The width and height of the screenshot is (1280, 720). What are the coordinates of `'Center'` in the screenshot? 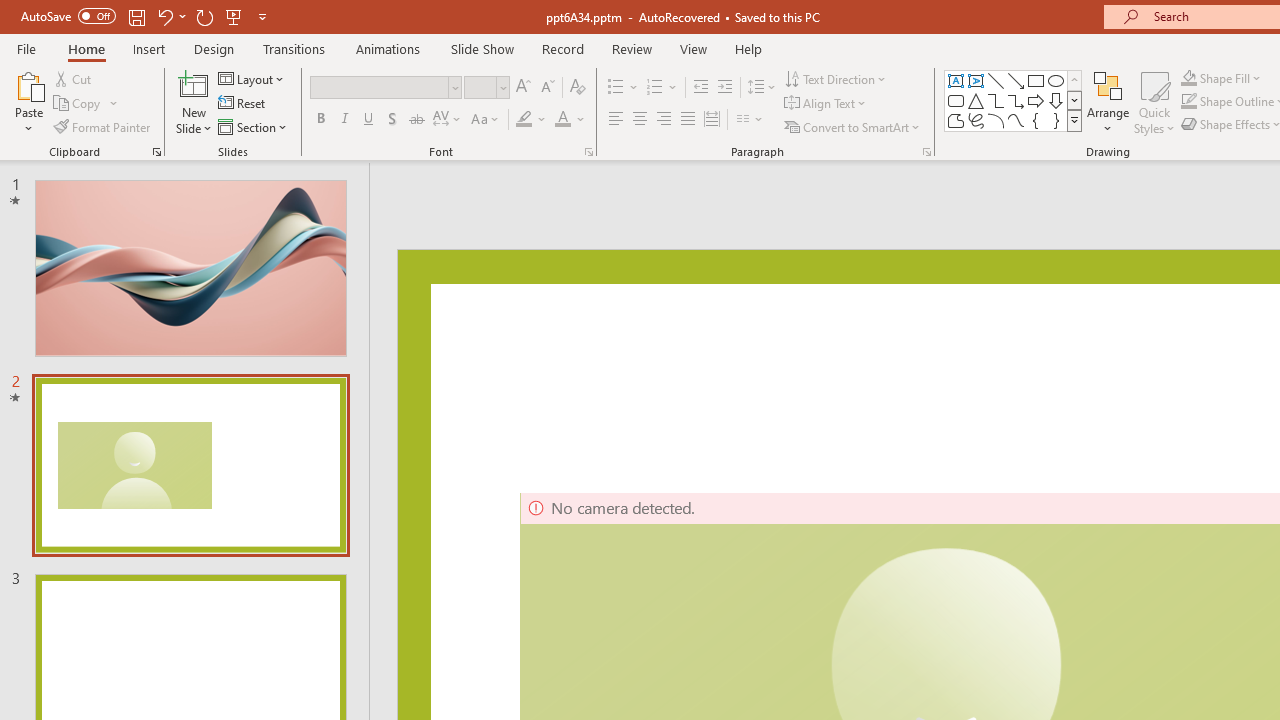 It's located at (640, 119).